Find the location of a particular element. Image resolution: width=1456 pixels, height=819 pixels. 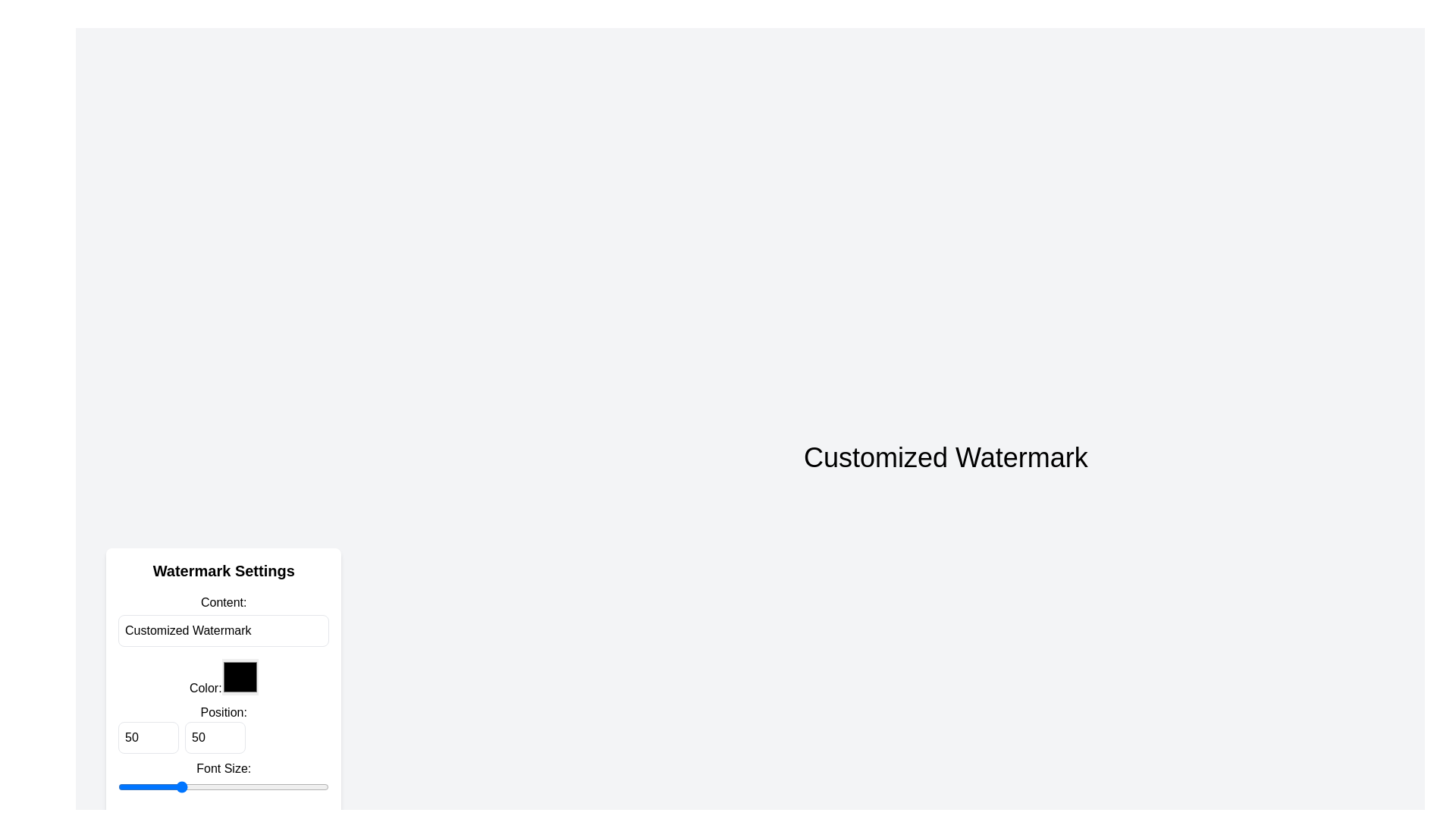

the font size is located at coordinates (280, 786).